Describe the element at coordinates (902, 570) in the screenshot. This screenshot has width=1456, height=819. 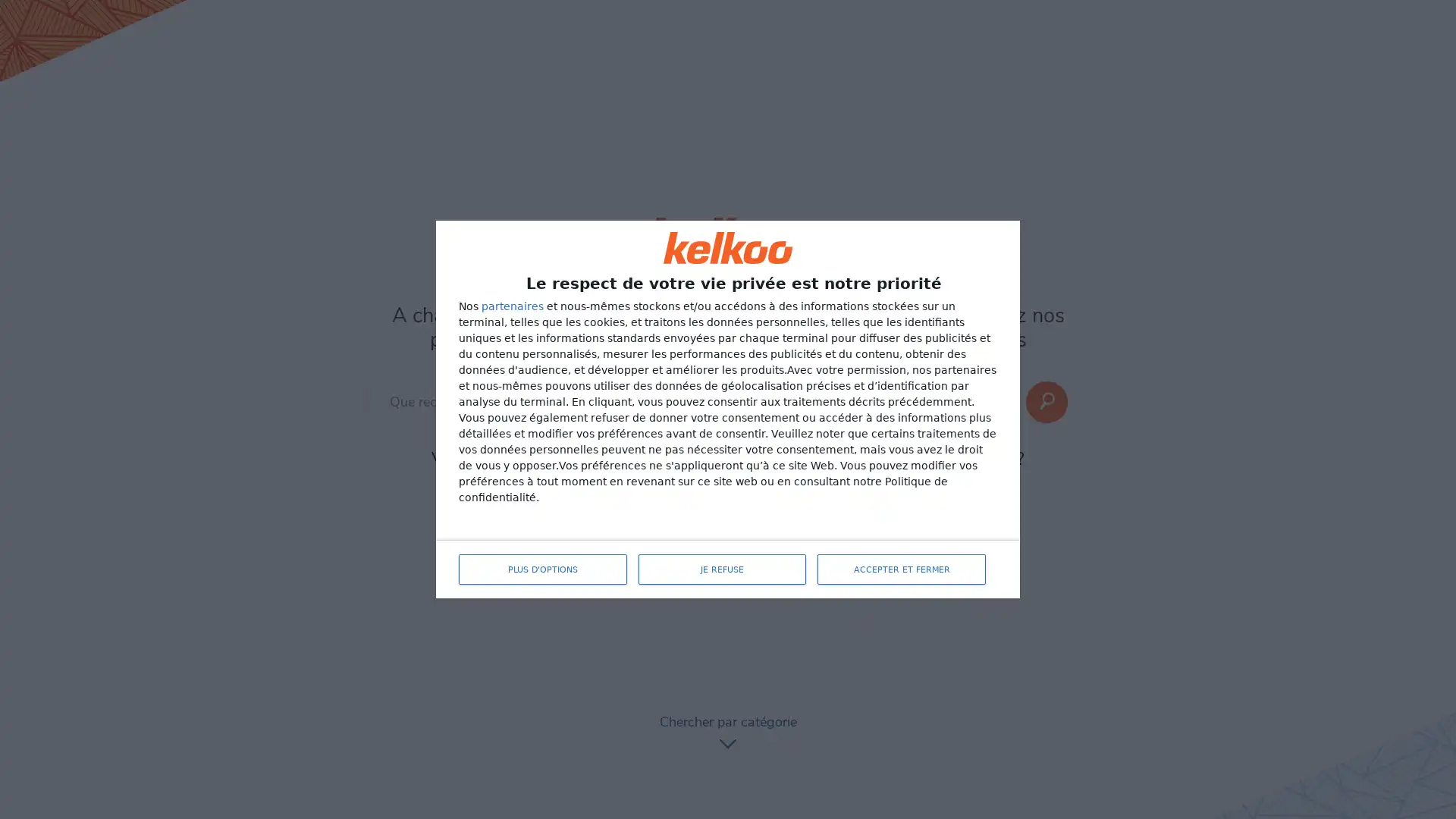
I see `ACCEPTER ET FERMER` at that location.